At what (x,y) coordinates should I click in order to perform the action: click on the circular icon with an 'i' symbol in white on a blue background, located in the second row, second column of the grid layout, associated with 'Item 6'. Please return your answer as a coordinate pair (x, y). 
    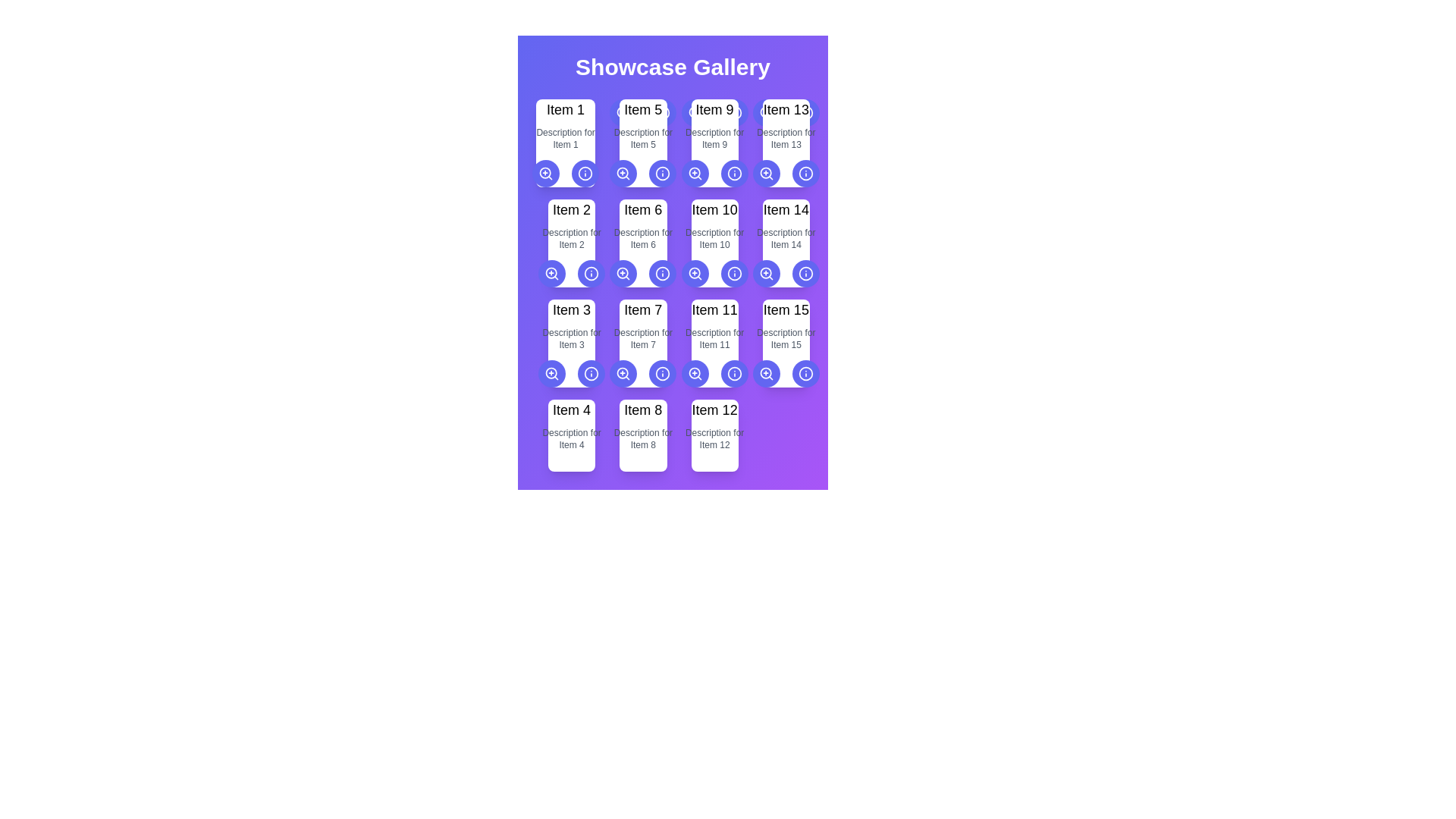
    Looking at the image, I should click on (591, 274).